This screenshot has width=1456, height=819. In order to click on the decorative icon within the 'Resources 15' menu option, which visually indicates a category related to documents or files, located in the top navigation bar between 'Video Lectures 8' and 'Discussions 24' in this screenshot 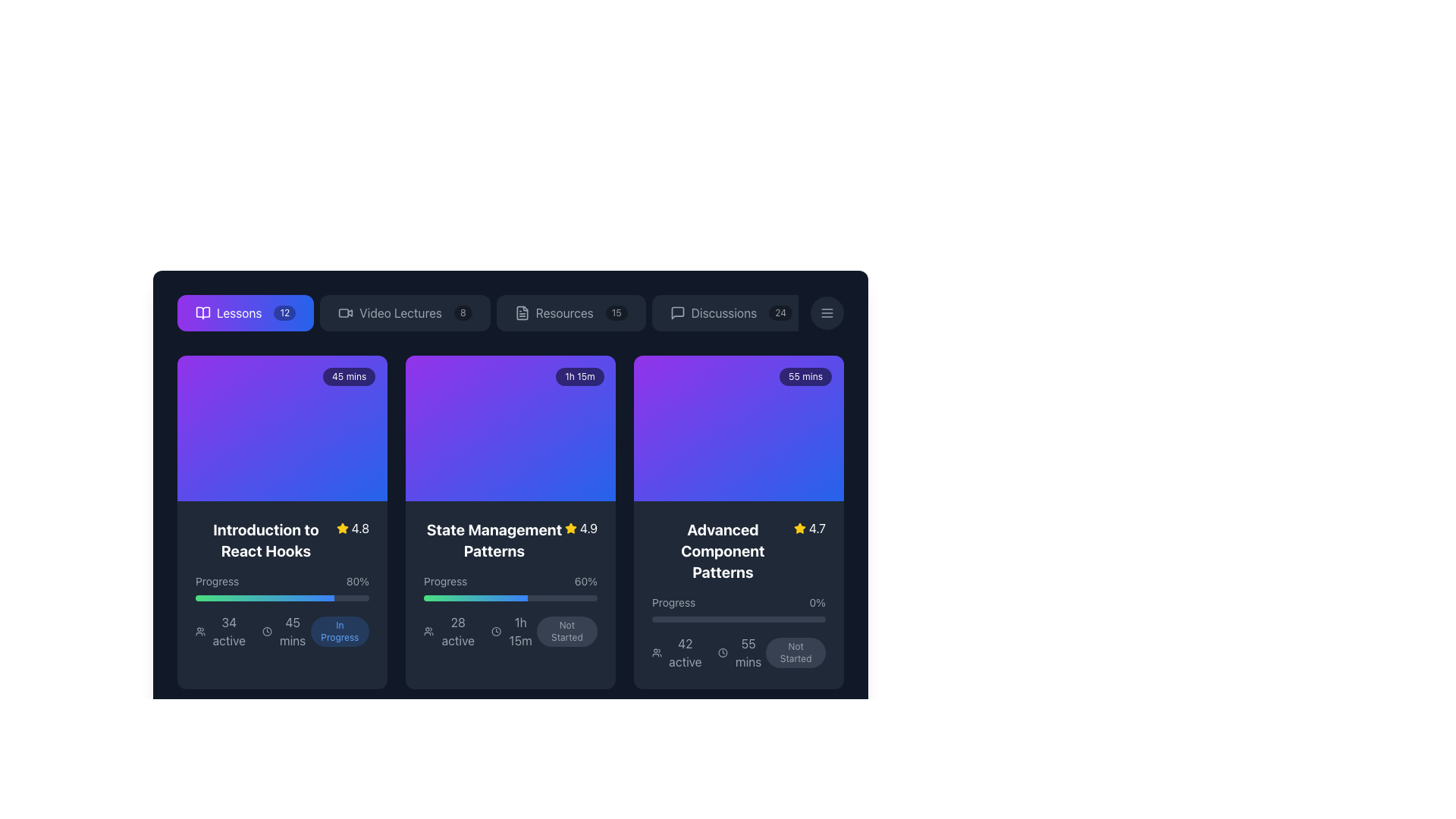, I will do `click(522, 312)`.